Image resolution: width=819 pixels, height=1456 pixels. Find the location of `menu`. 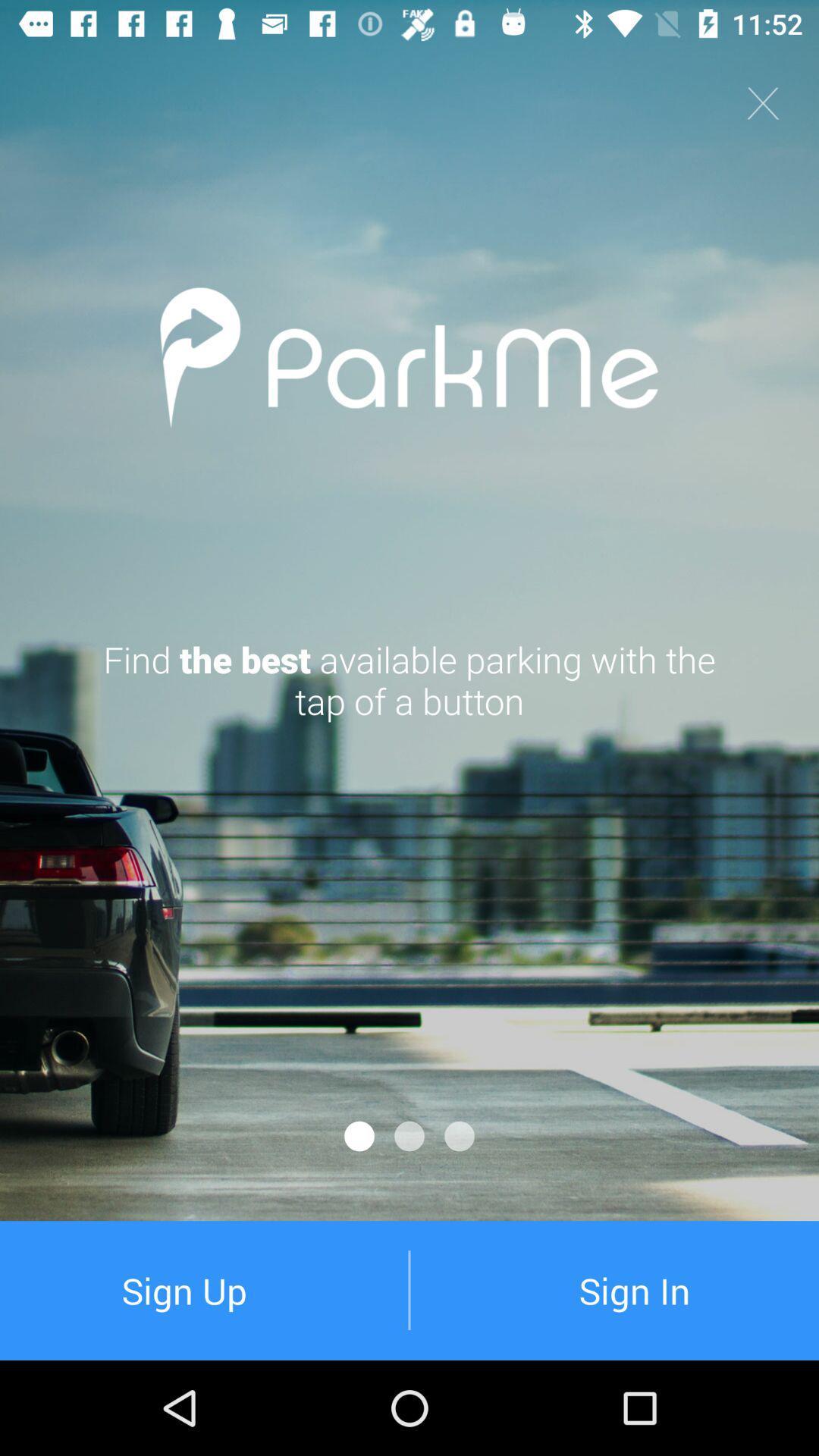

menu is located at coordinates (763, 102).